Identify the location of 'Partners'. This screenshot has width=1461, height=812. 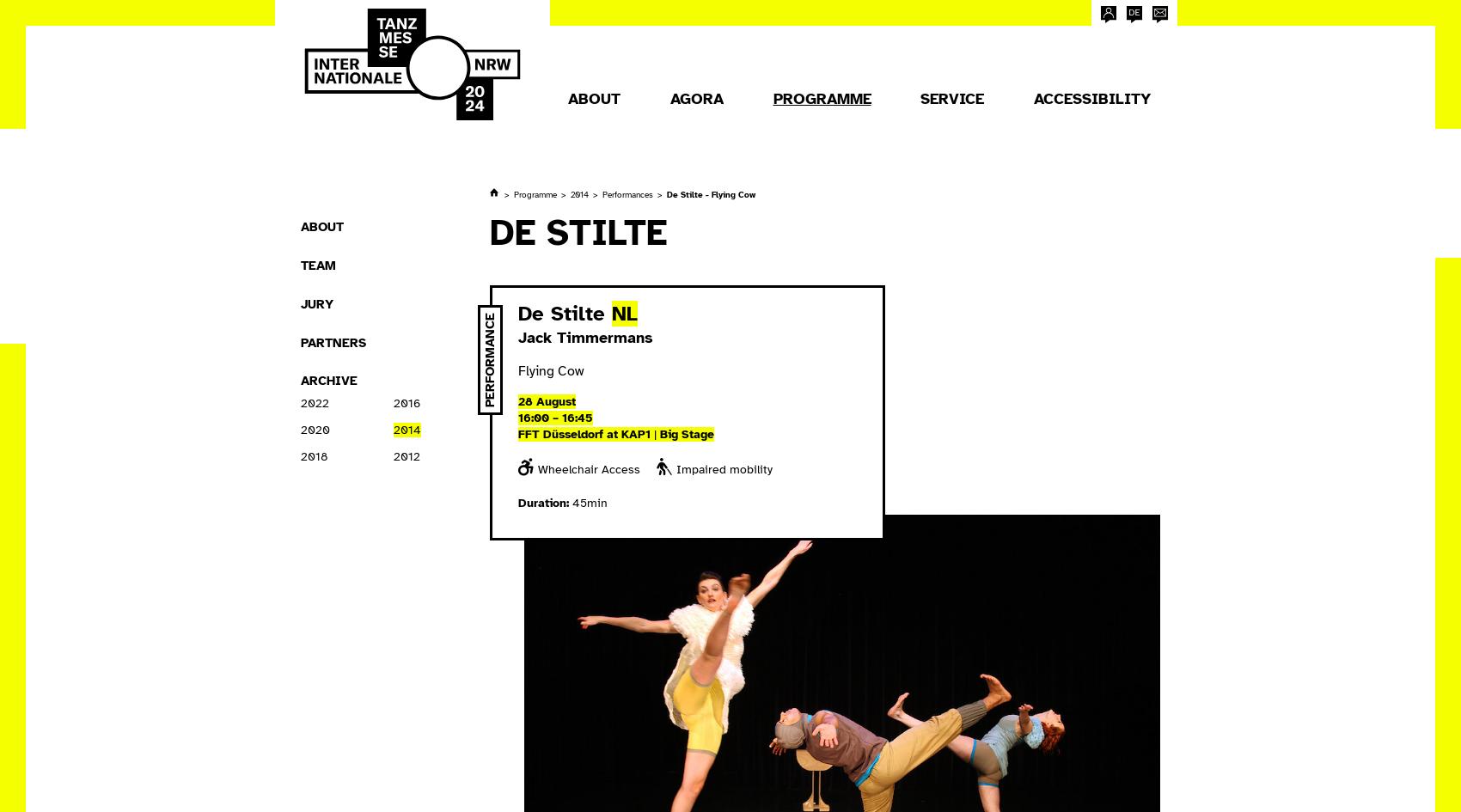
(332, 341).